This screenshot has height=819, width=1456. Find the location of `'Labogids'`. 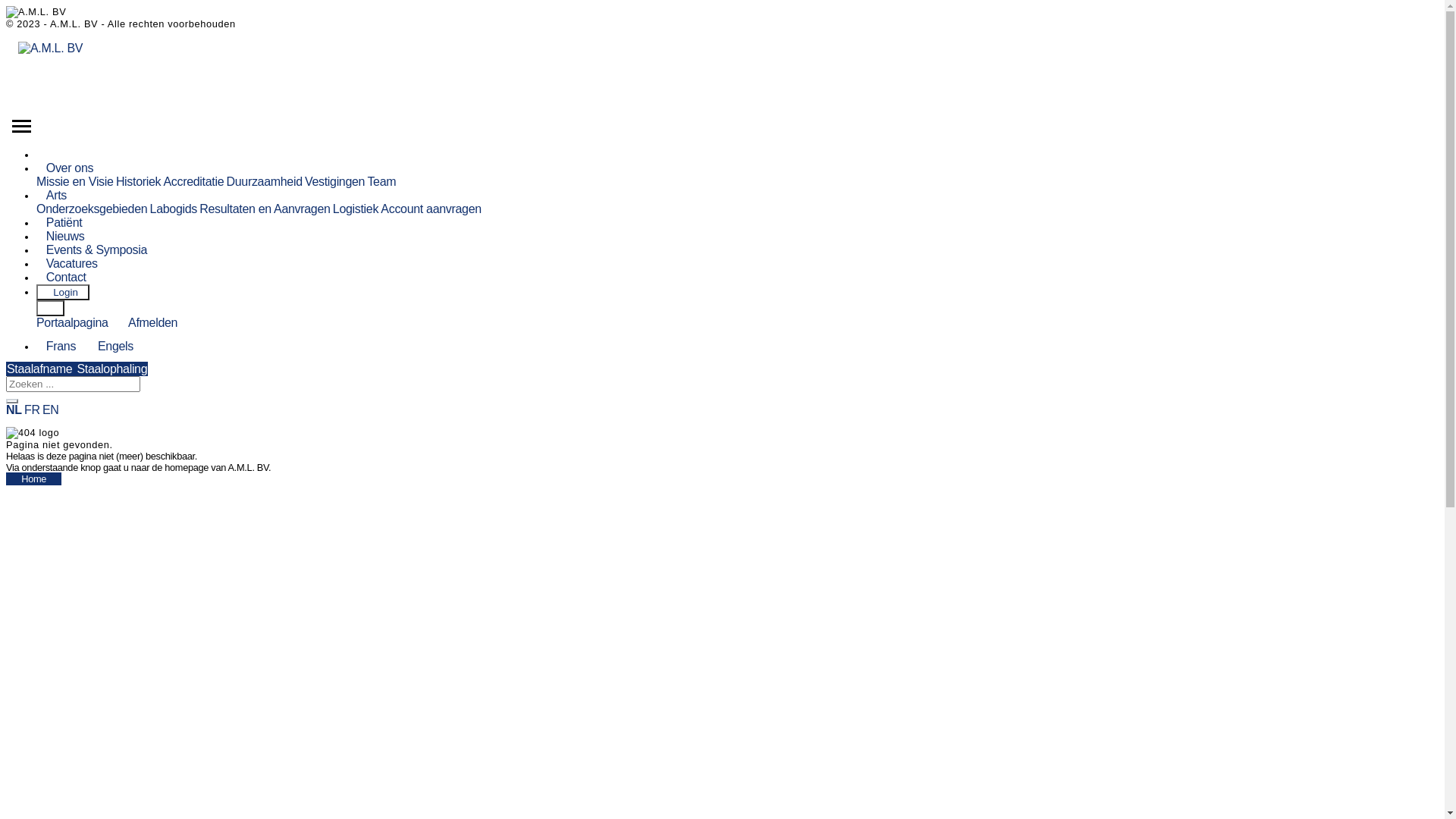

'Labogids' is located at coordinates (149, 209).